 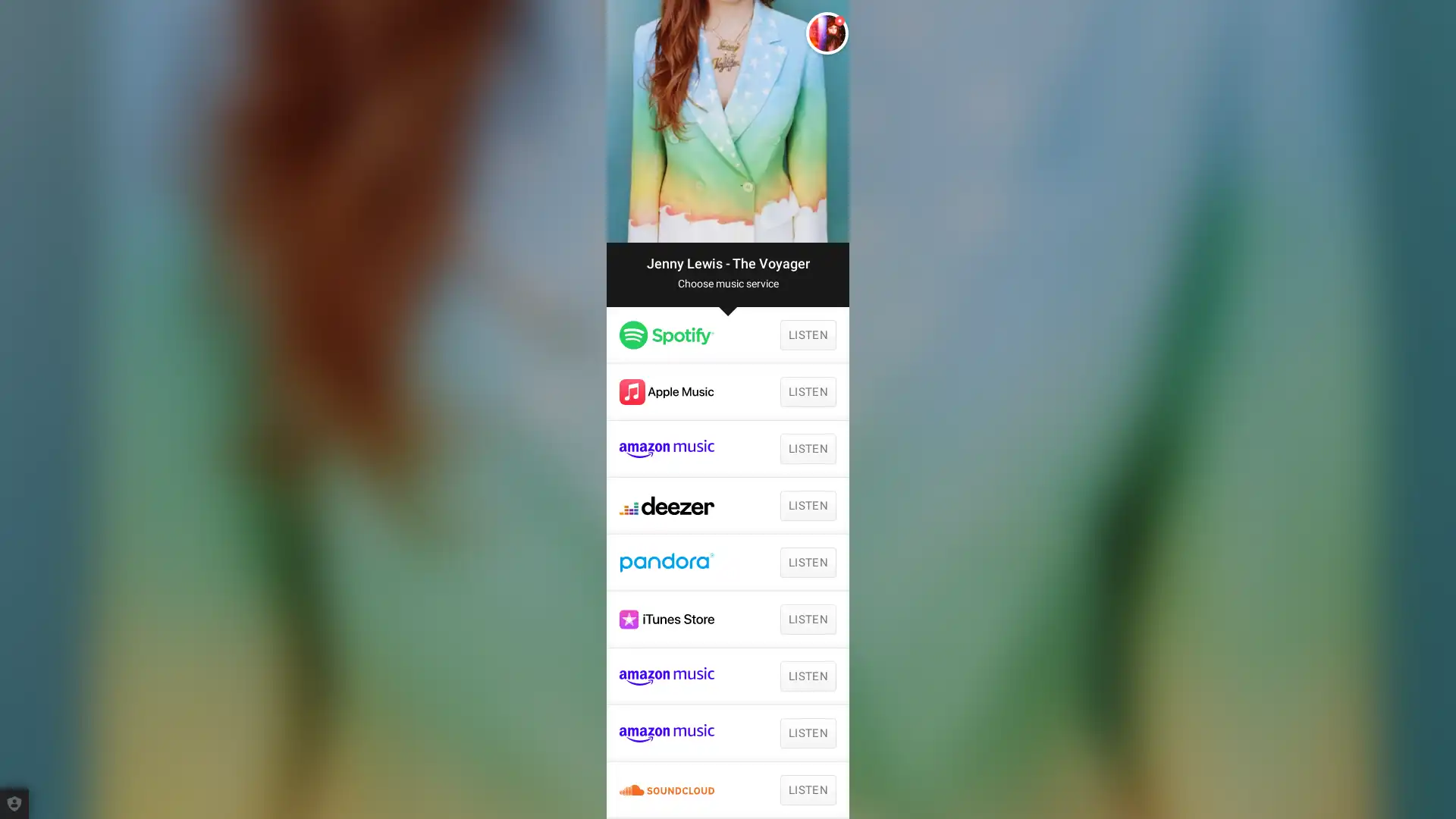 What do you see at coordinates (807, 391) in the screenshot?
I see `LISTEN` at bounding box center [807, 391].